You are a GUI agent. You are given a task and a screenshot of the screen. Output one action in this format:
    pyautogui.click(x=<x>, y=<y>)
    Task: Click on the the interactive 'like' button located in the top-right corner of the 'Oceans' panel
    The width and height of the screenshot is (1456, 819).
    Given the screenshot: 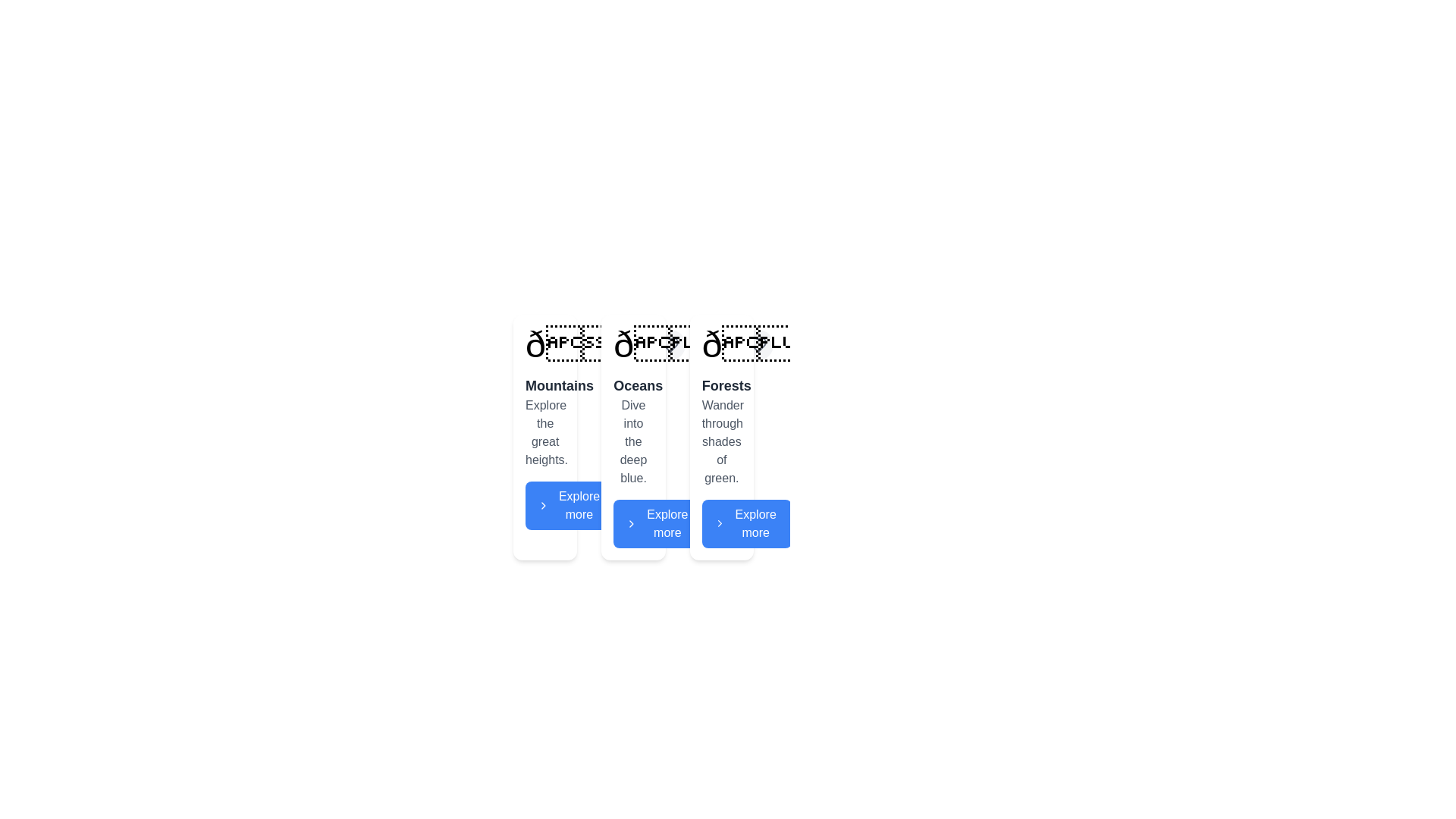 What is the action you would take?
    pyautogui.click(x=669, y=345)
    